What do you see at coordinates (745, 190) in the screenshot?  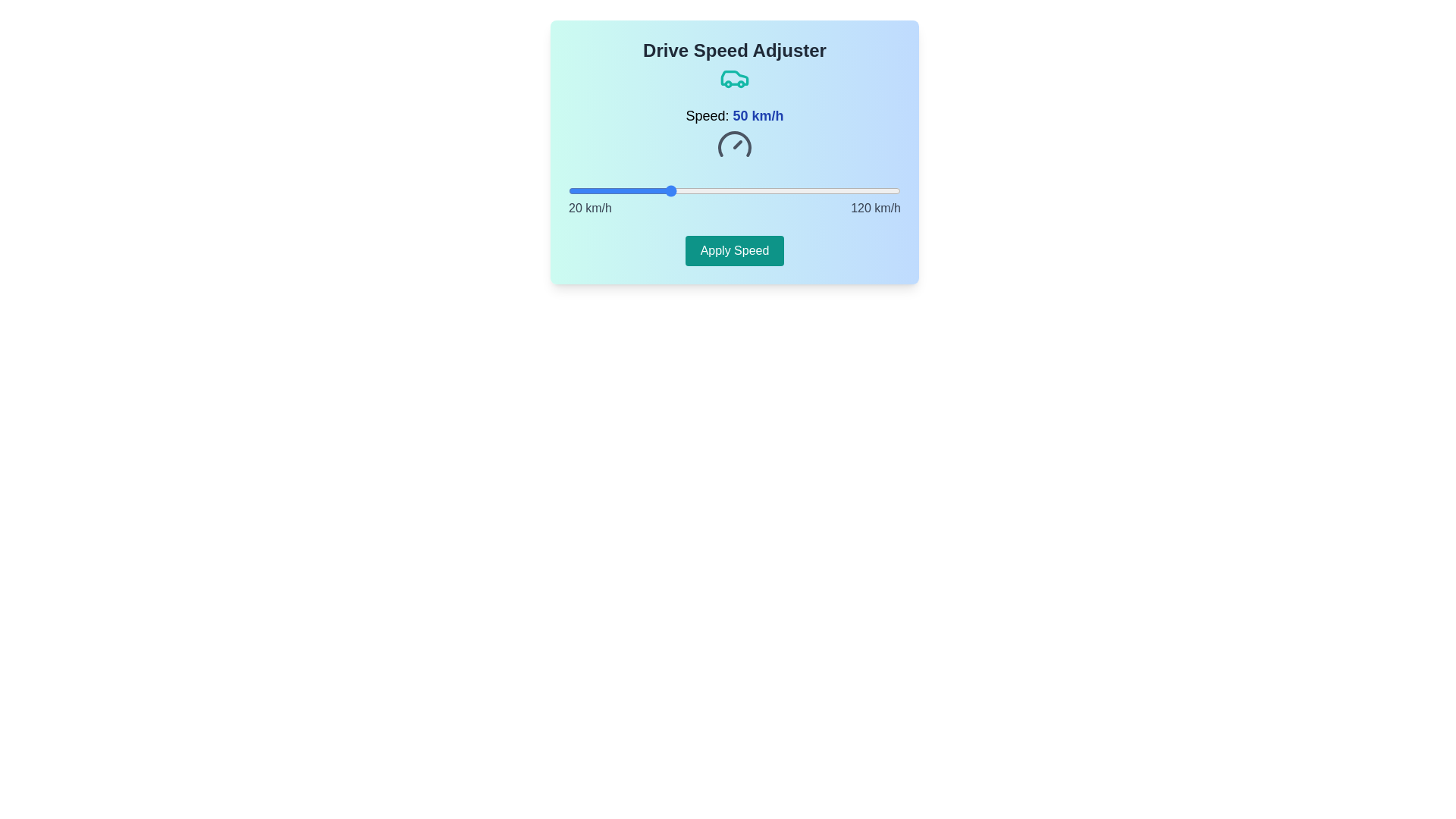 I see `the speed slider to set the speed to 73 km/h` at bounding box center [745, 190].